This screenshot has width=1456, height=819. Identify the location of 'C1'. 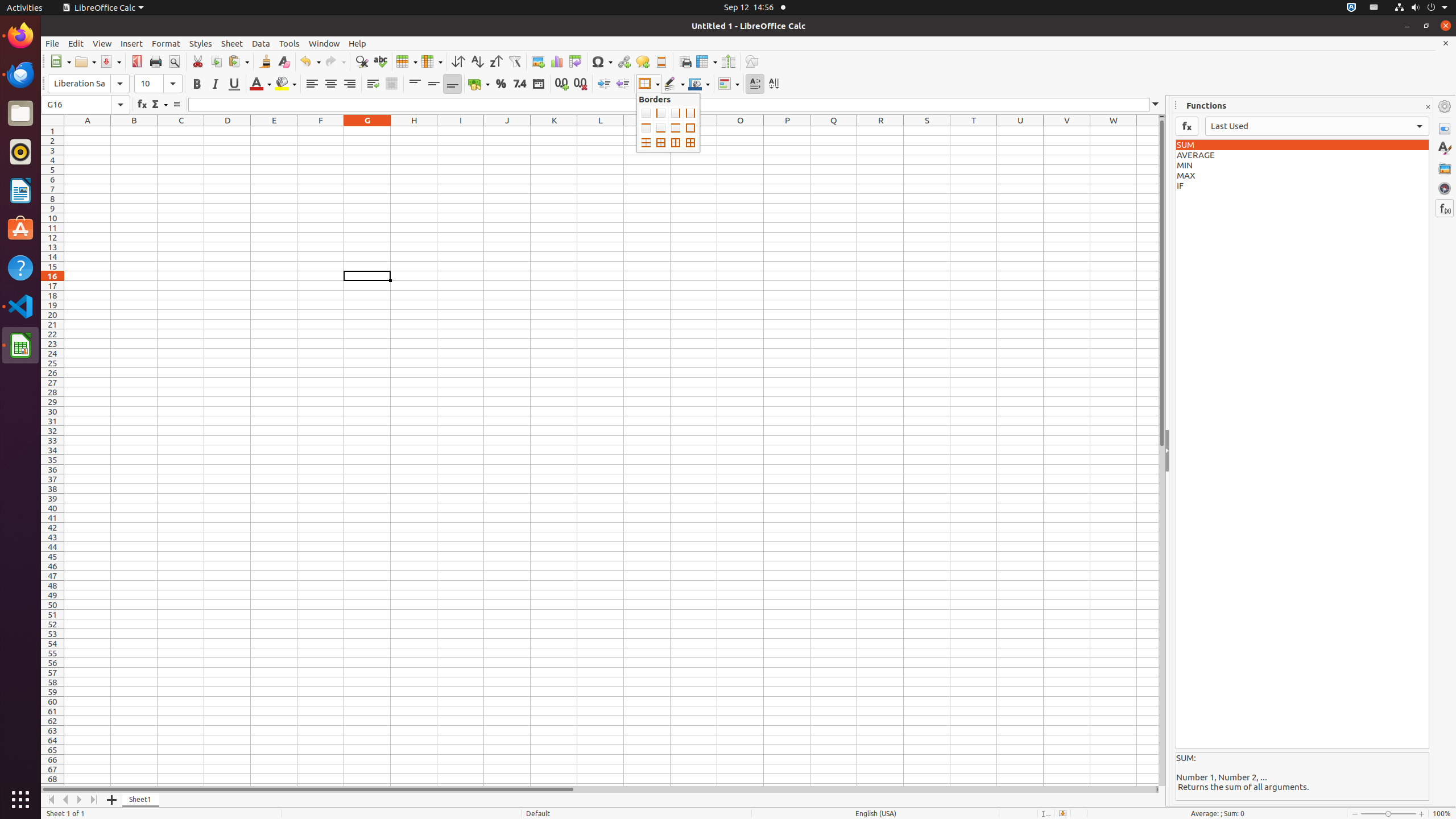
(180, 130).